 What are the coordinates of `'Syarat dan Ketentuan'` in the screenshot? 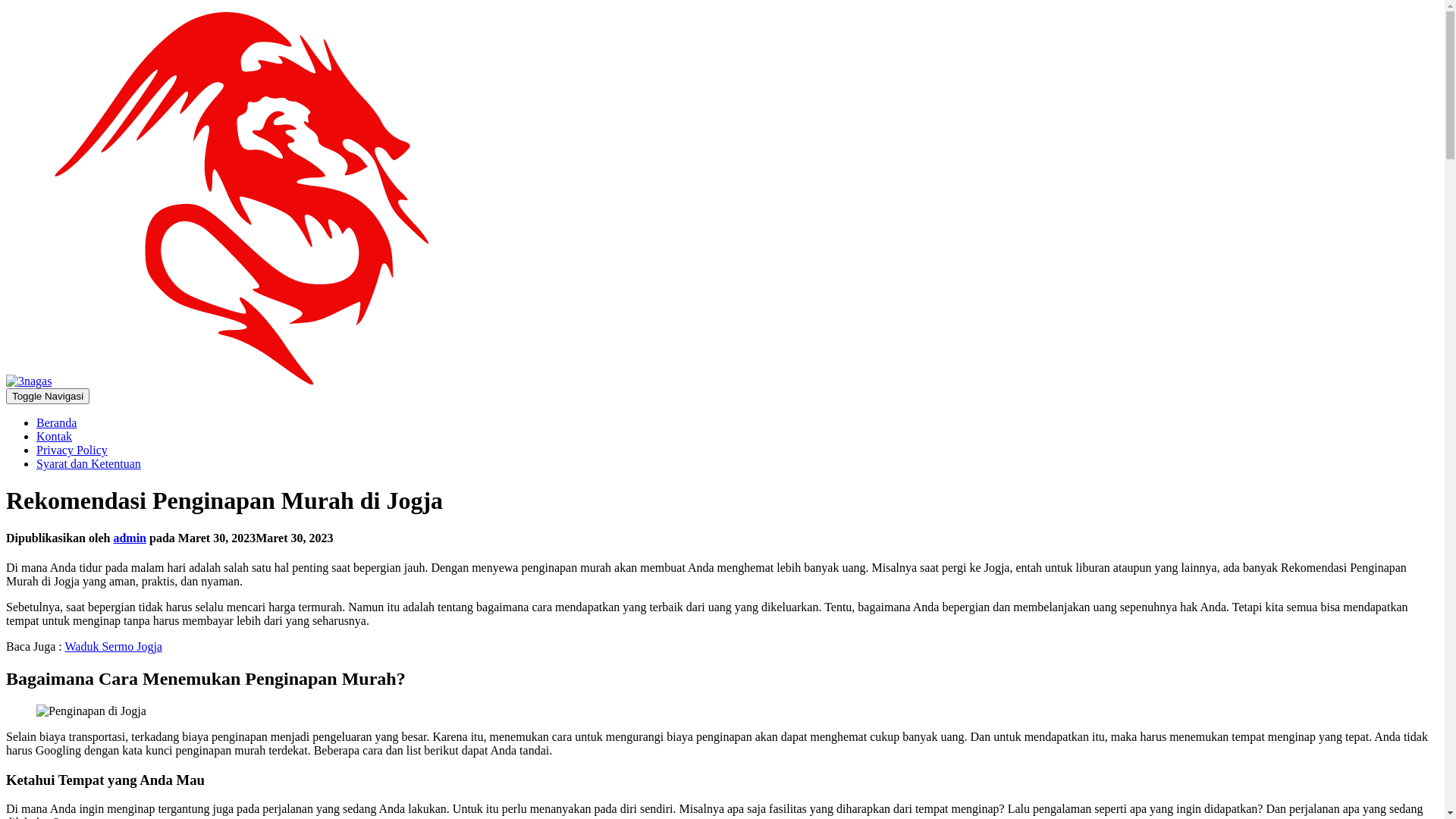 It's located at (87, 463).